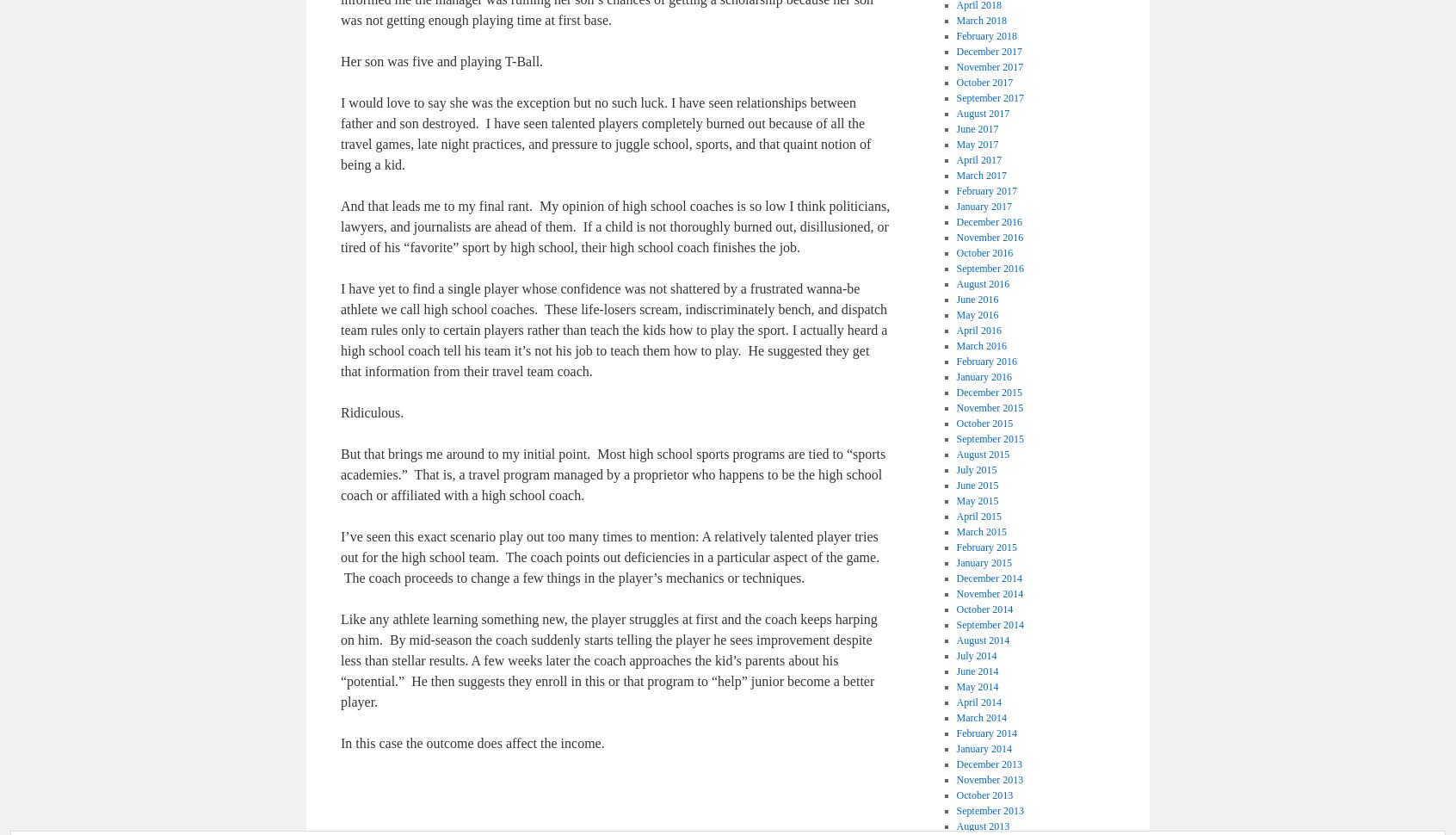 This screenshot has width=1456, height=835. Describe the element at coordinates (989, 65) in the screenshot. I see `'November 2017'` at that location.